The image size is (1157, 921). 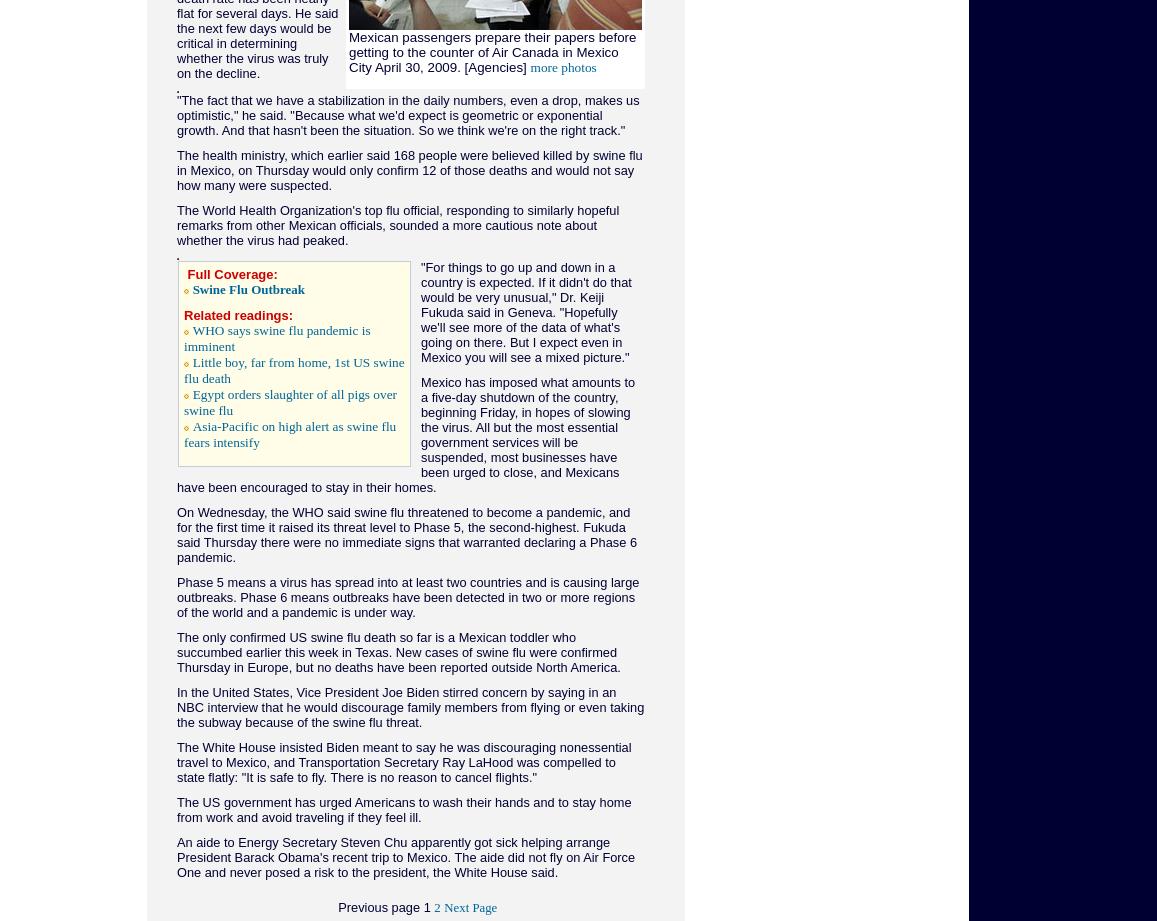 I want to click on 'Asia-Pacific on high alert as swine flu fears intensify', so click(x=288, y=434).